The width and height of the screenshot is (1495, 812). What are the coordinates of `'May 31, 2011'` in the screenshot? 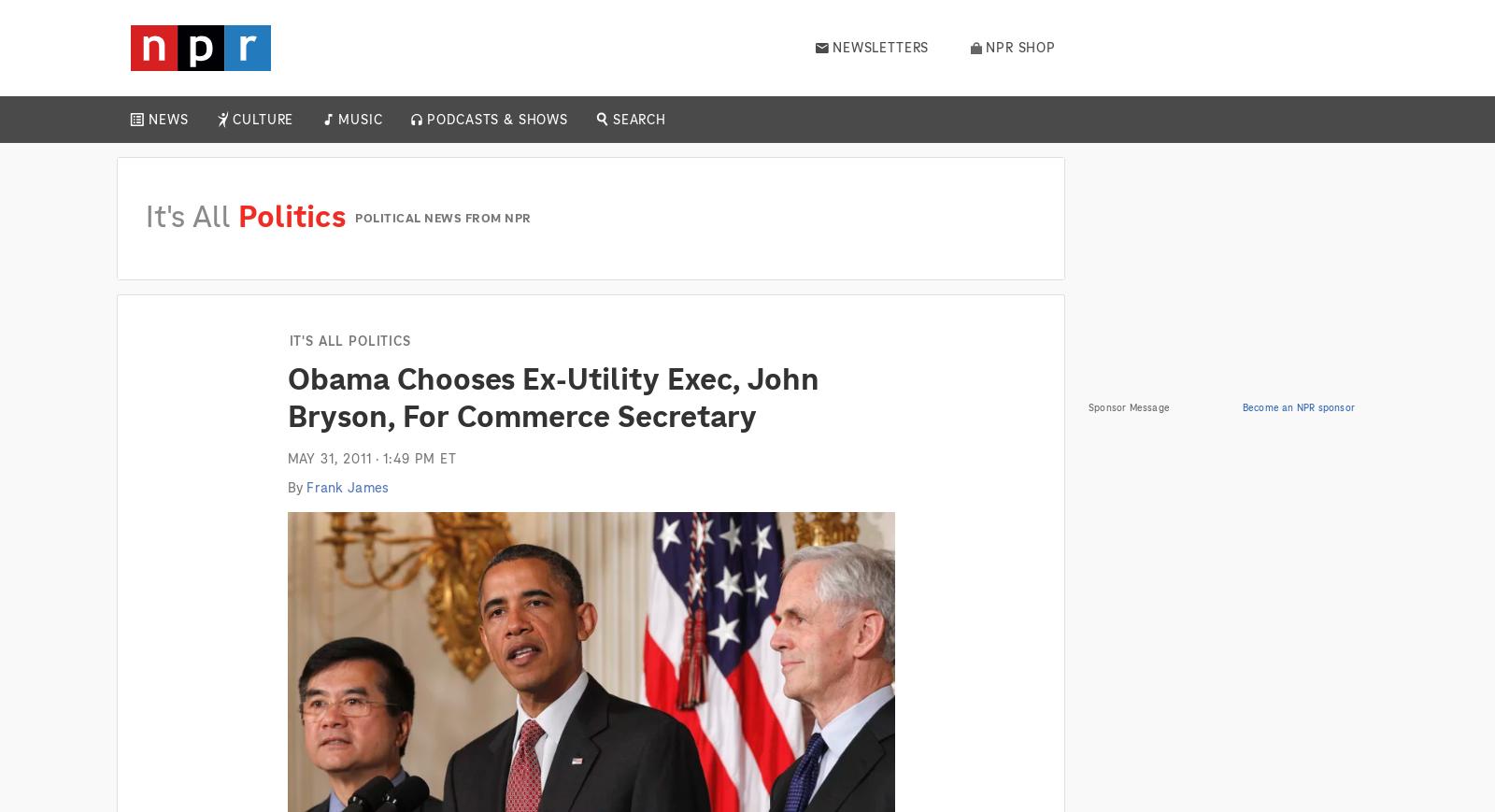 It's located at (329, 458).